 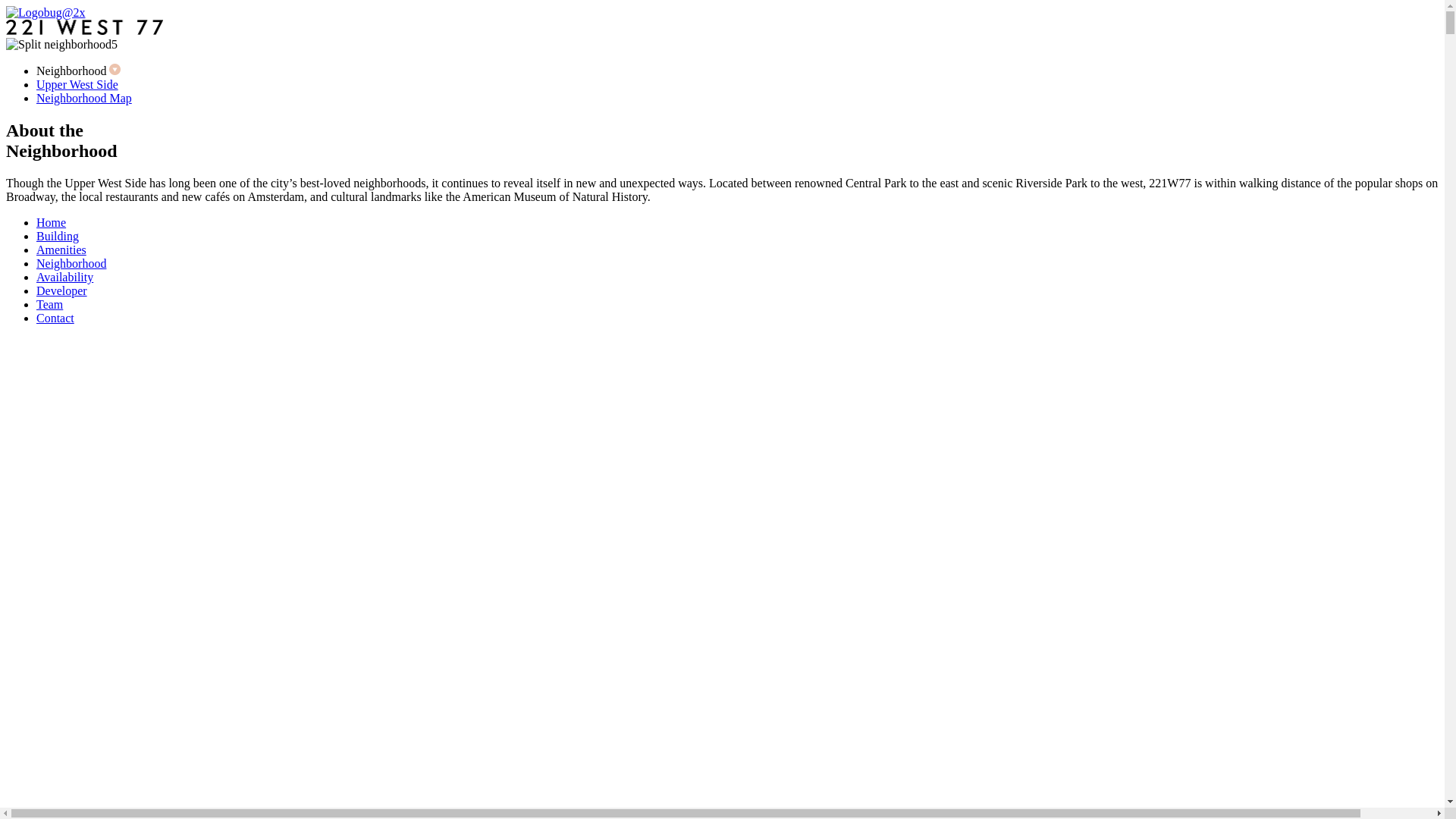 I want to click on 'Neighborhood', so click(x=71, y=262).